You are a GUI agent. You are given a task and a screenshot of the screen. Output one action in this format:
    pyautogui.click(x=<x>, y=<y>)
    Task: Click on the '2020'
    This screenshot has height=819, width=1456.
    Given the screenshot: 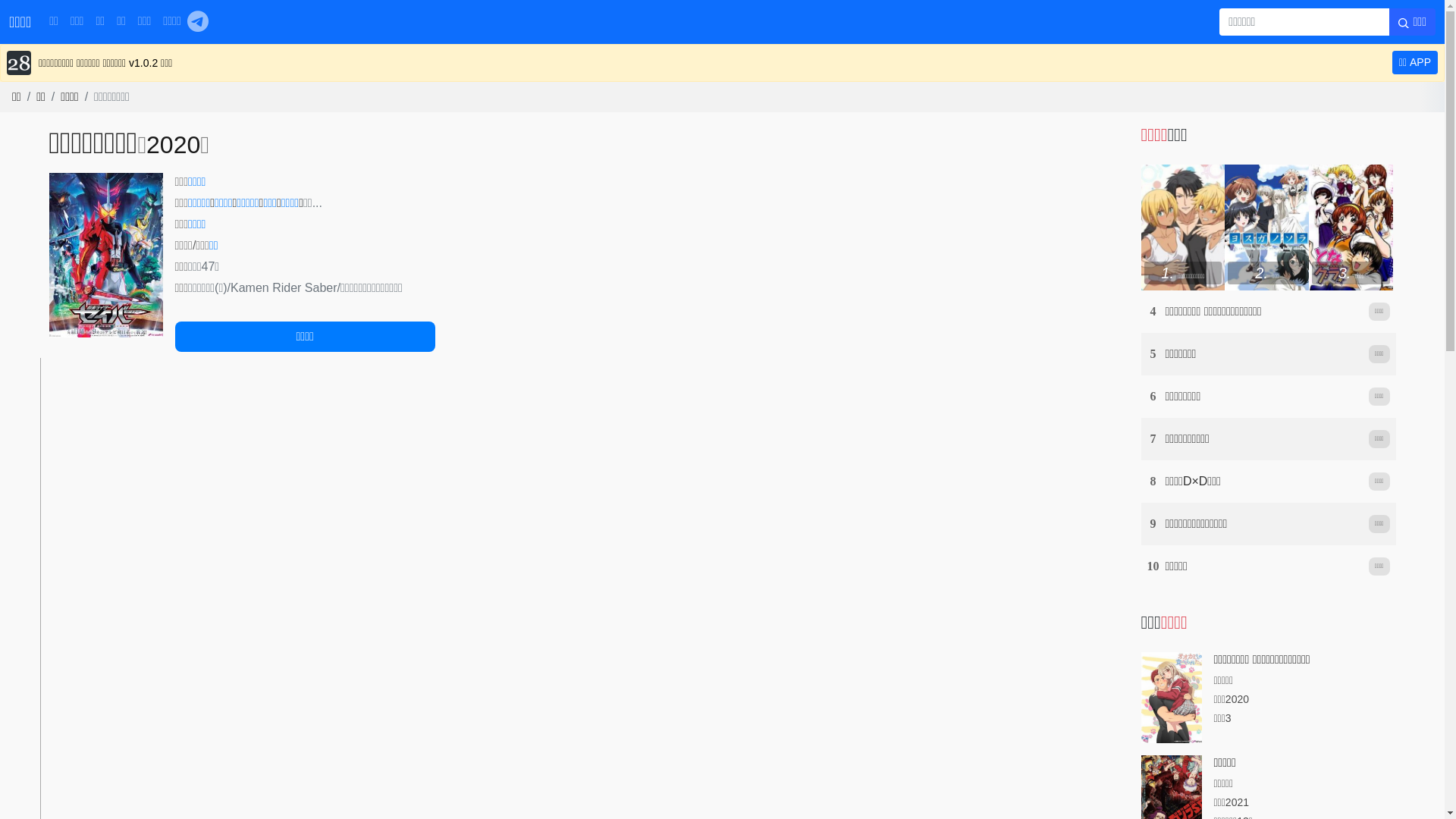 What is the action you would take?
    pyautogui.click(x=173, y=145)
    